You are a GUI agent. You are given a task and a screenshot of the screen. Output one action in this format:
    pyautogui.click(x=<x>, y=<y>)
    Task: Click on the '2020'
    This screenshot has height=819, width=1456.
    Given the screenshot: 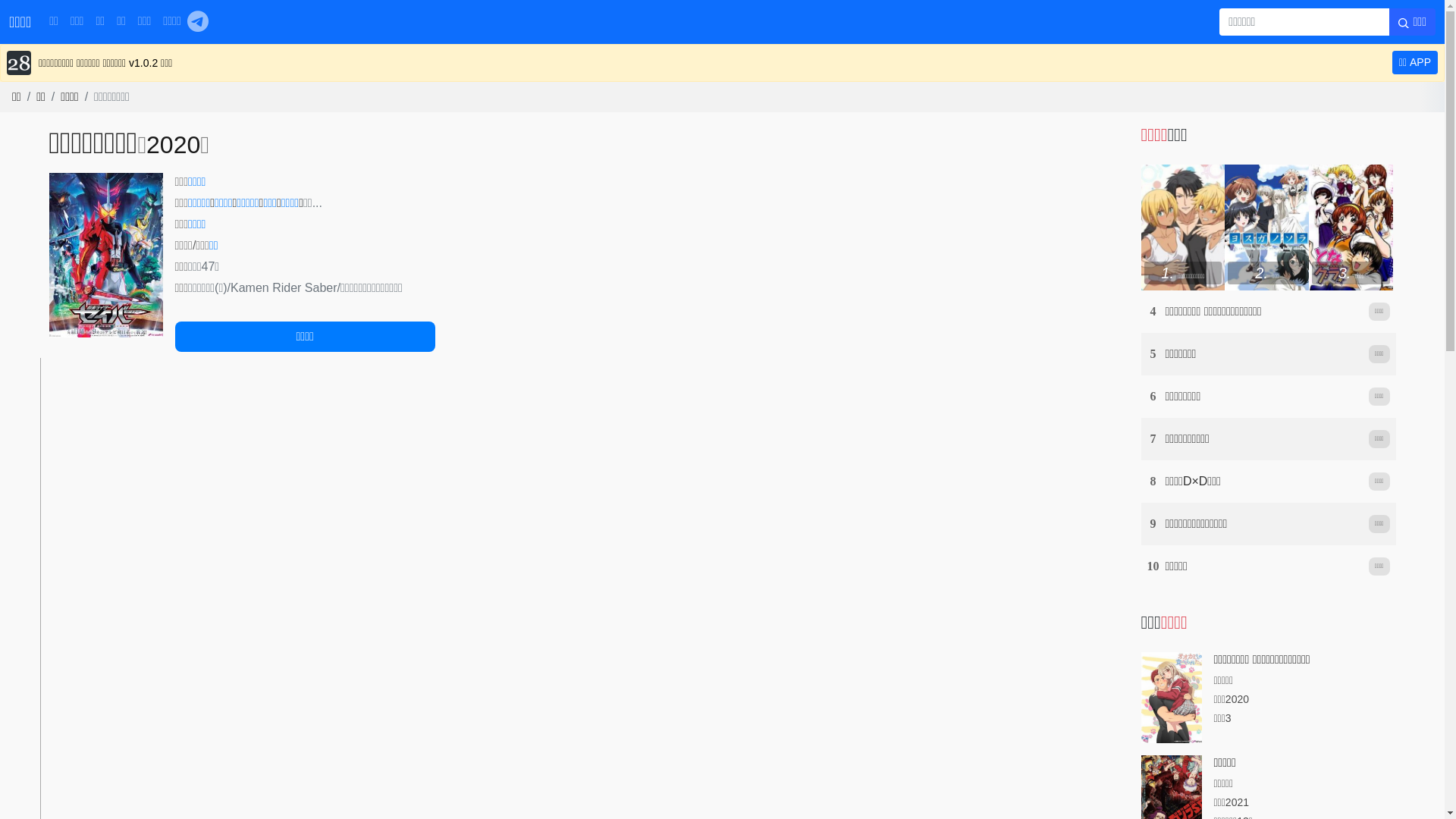 What is the action you would take?
    pyautogui.click(x=173, y=145)
    